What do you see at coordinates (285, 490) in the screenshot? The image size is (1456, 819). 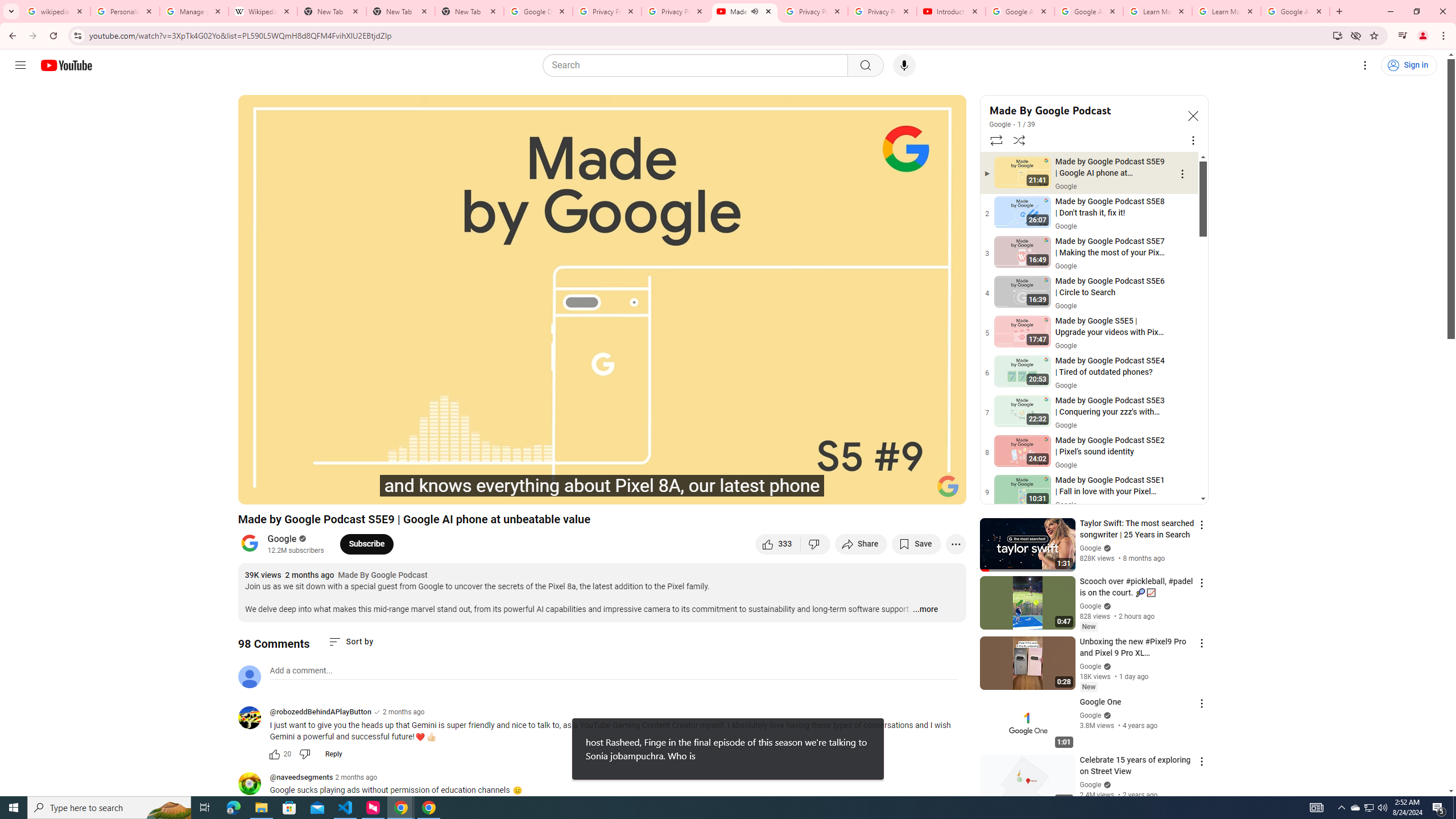 I see `'Pause (k)'` at bounding box center [285, 490].